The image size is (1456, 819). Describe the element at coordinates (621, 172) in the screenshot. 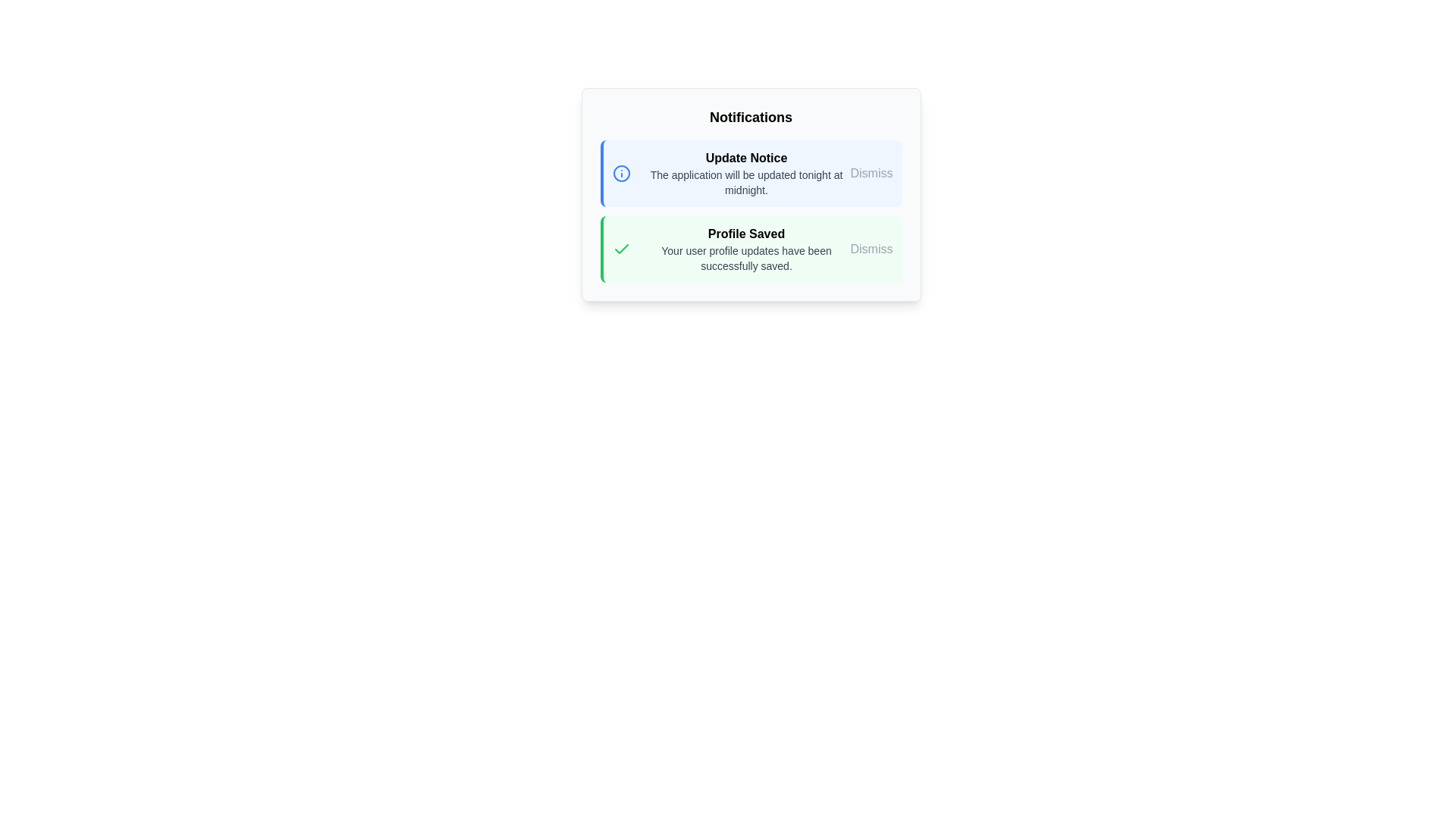

I see `the circular icon with a blue border and an exclamation mark, located to the left of the 'Update Notice' notification` at that location.